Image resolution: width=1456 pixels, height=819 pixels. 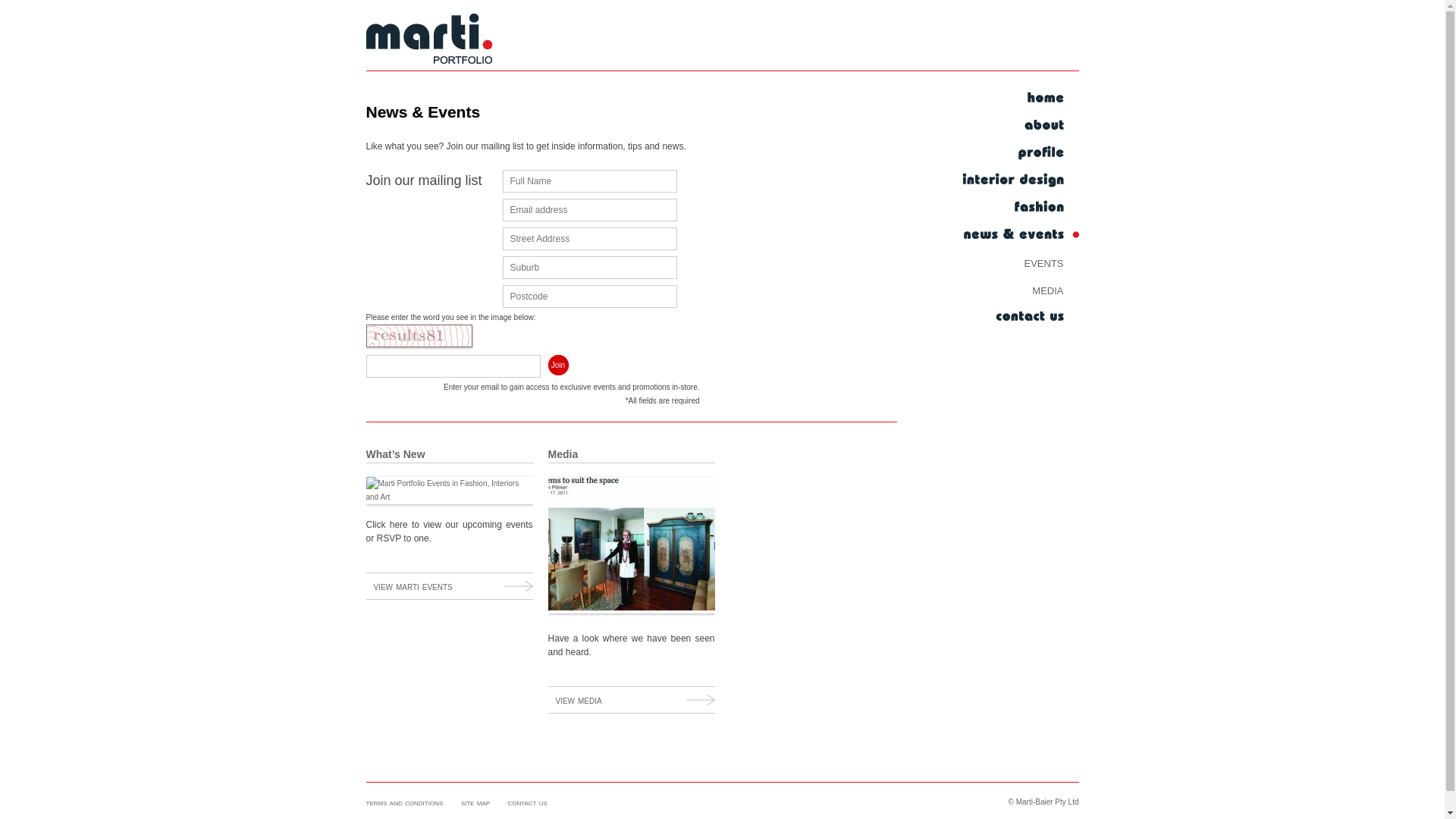 What do you see at coordinates (428, 41) in the screenshot?
I see `'Marti Portfolio'` at bounding box center [428, 41].